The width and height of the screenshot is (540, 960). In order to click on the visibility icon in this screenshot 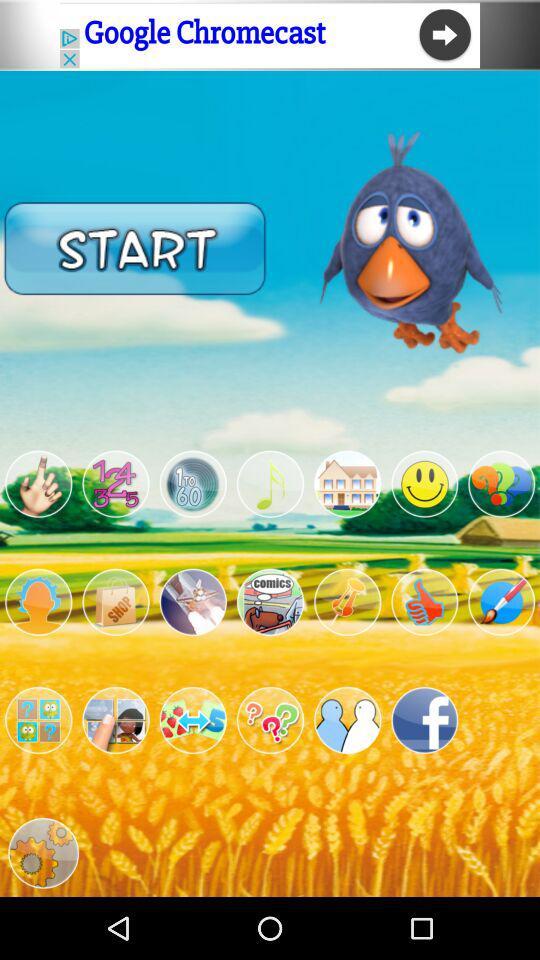, I will do `click(193, 517)`.